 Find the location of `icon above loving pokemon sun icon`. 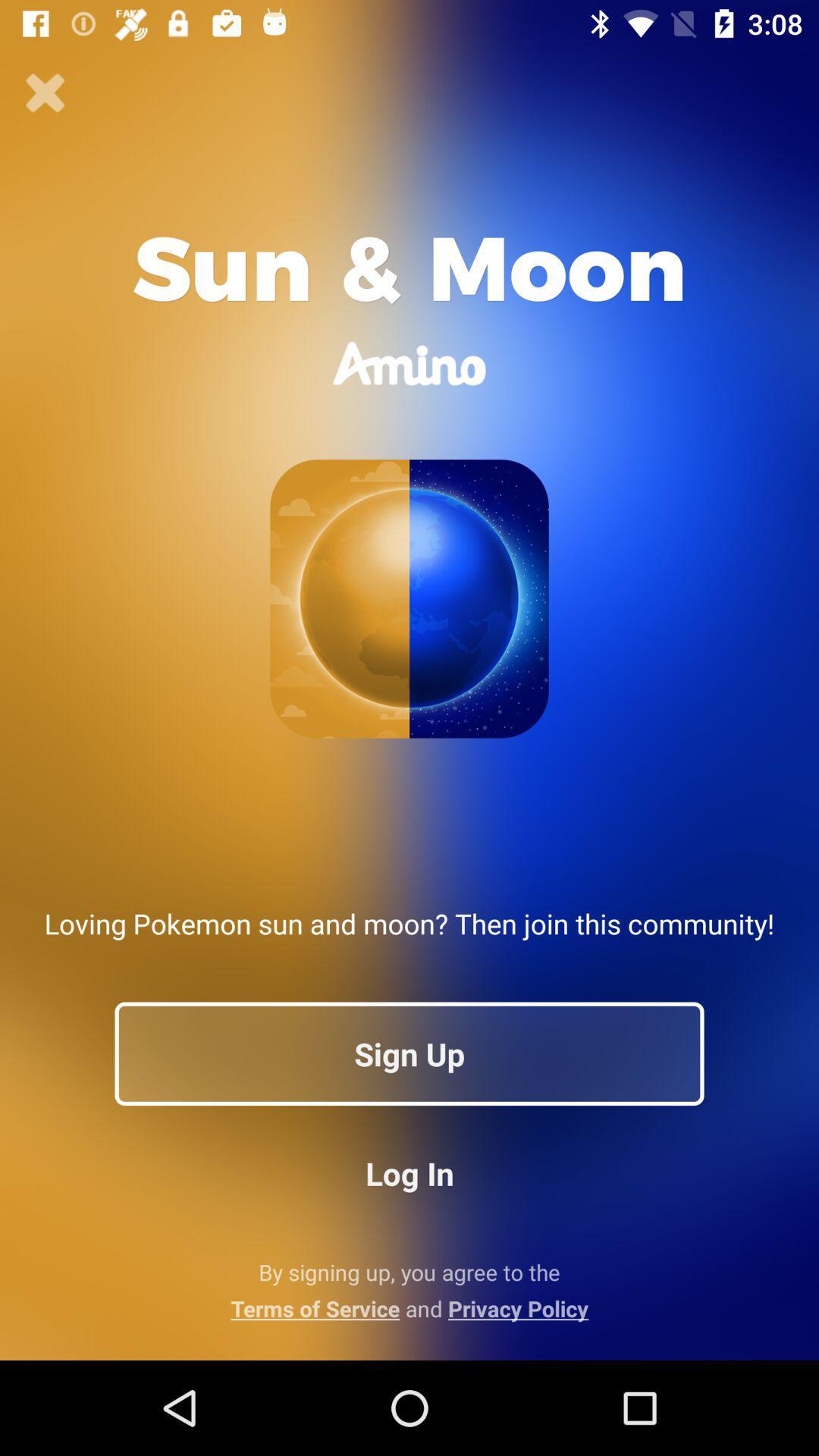

icon above loving pokemon sun icon is located at coordinates (45, 93).